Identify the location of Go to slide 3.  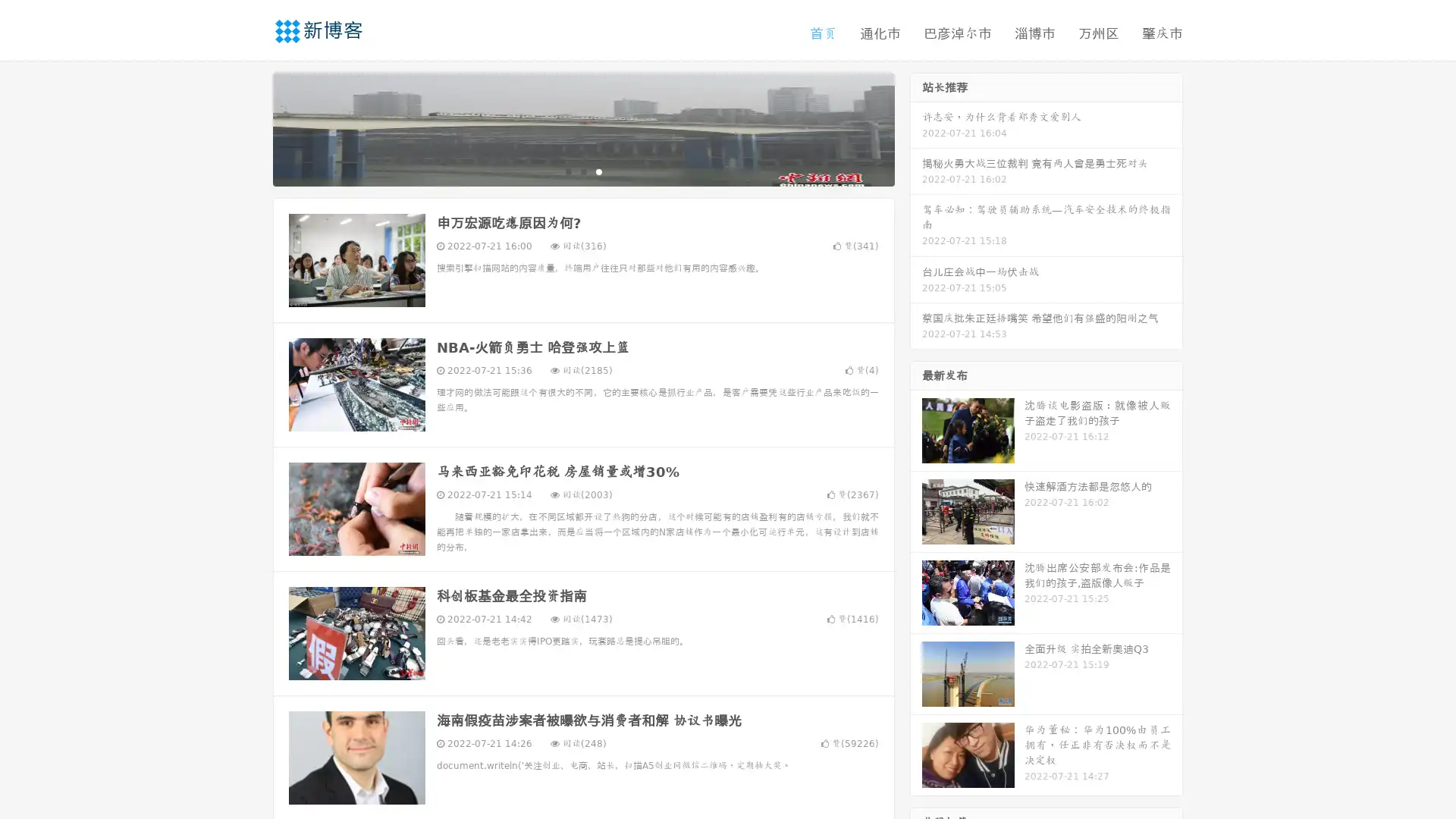
(598, 171).